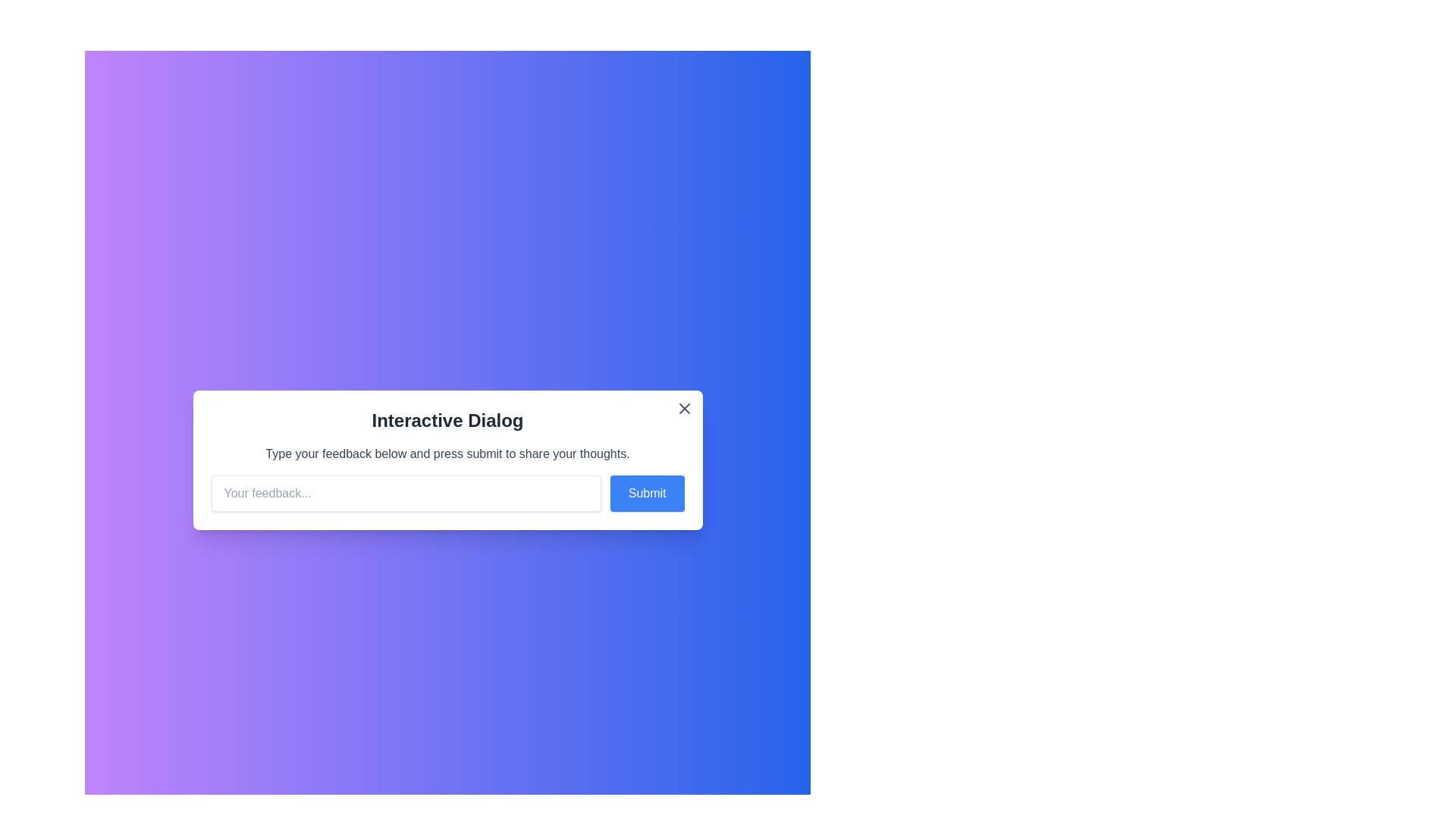  I want to click on submit button to submit the feedback, so click(647, 494).